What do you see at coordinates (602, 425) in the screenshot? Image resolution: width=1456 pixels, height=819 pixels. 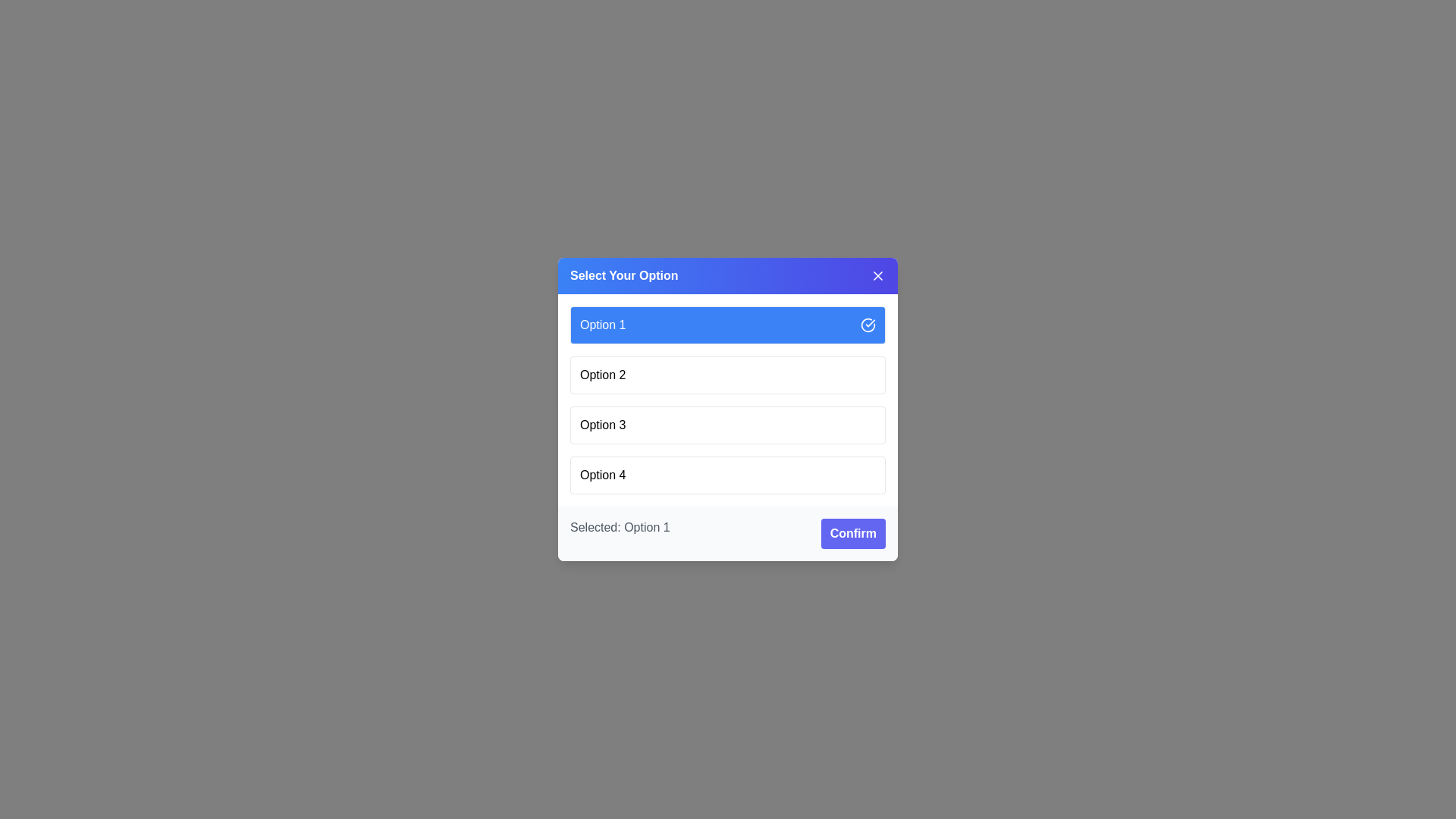 I see `the text item 'Option 3' in the selectable list` at bounding box center [602, 425].